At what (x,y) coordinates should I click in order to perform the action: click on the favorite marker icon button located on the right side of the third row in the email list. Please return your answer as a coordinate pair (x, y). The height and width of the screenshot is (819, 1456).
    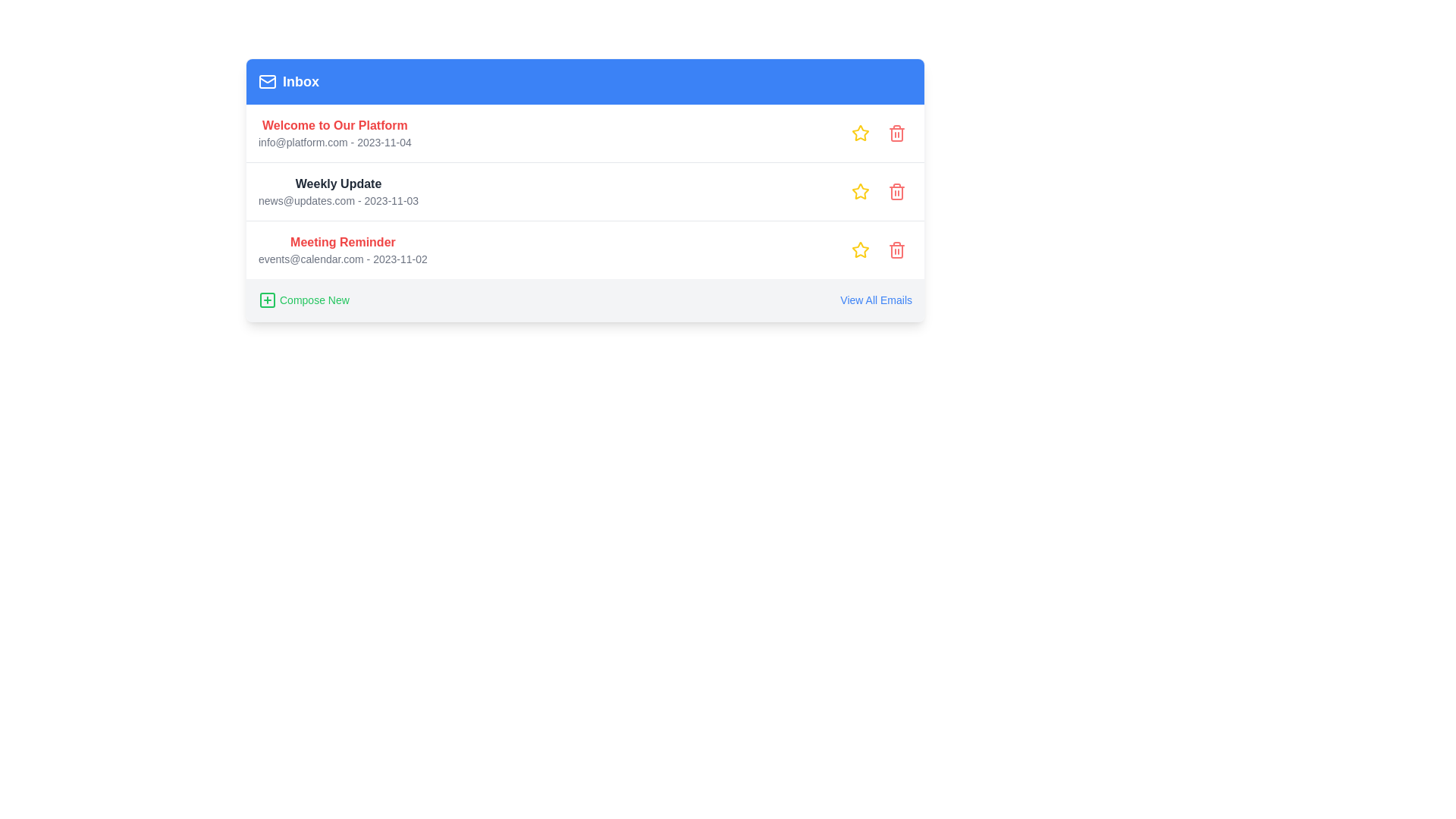
    Looking at the image, I should click on (860, 249).